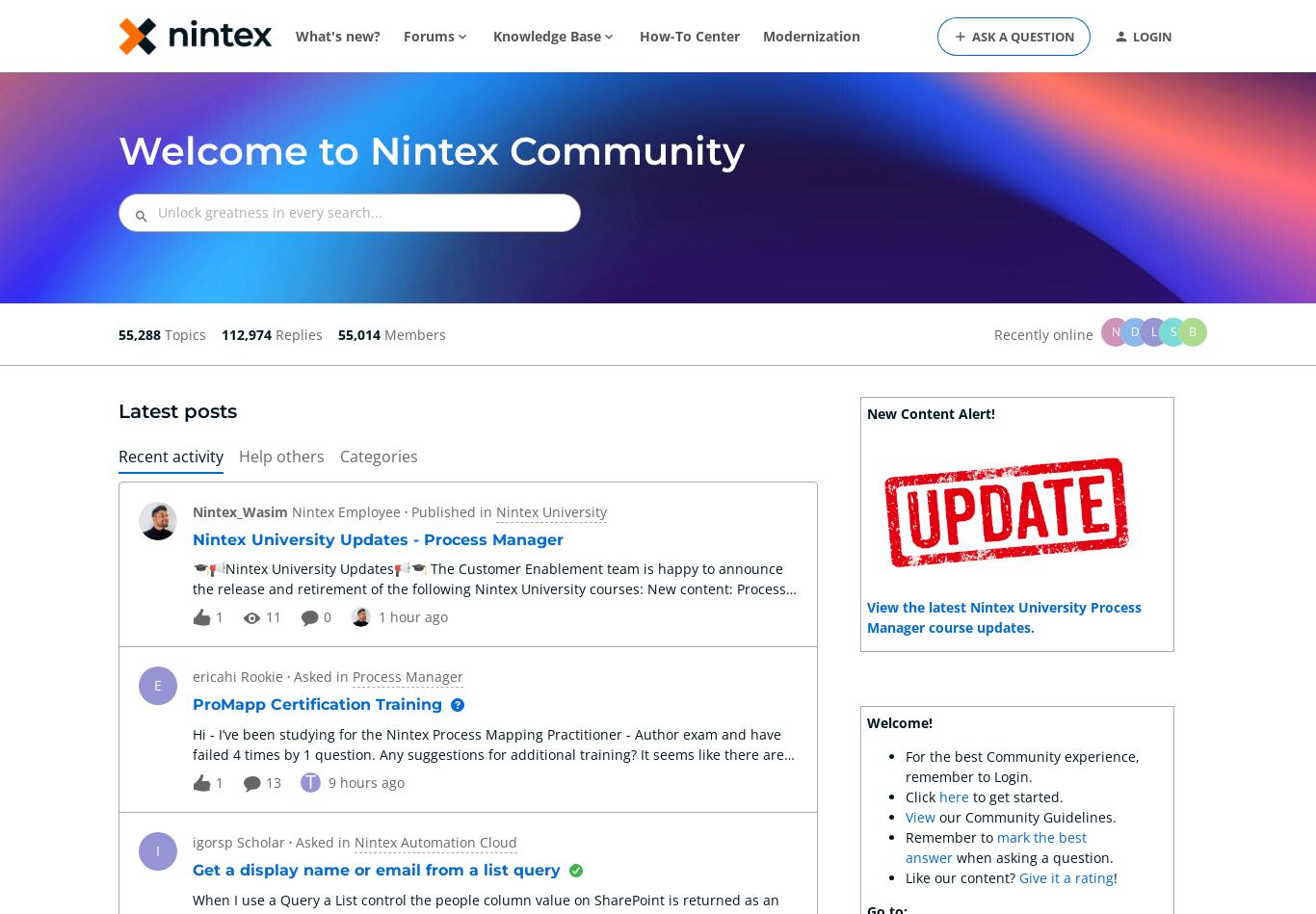 The height and width of the screenshot is (914, 1316). What do you see at coordinates (345, 510) in the screenshot?
I see `'Nintex Employee'` at bounding box center [345, 510].